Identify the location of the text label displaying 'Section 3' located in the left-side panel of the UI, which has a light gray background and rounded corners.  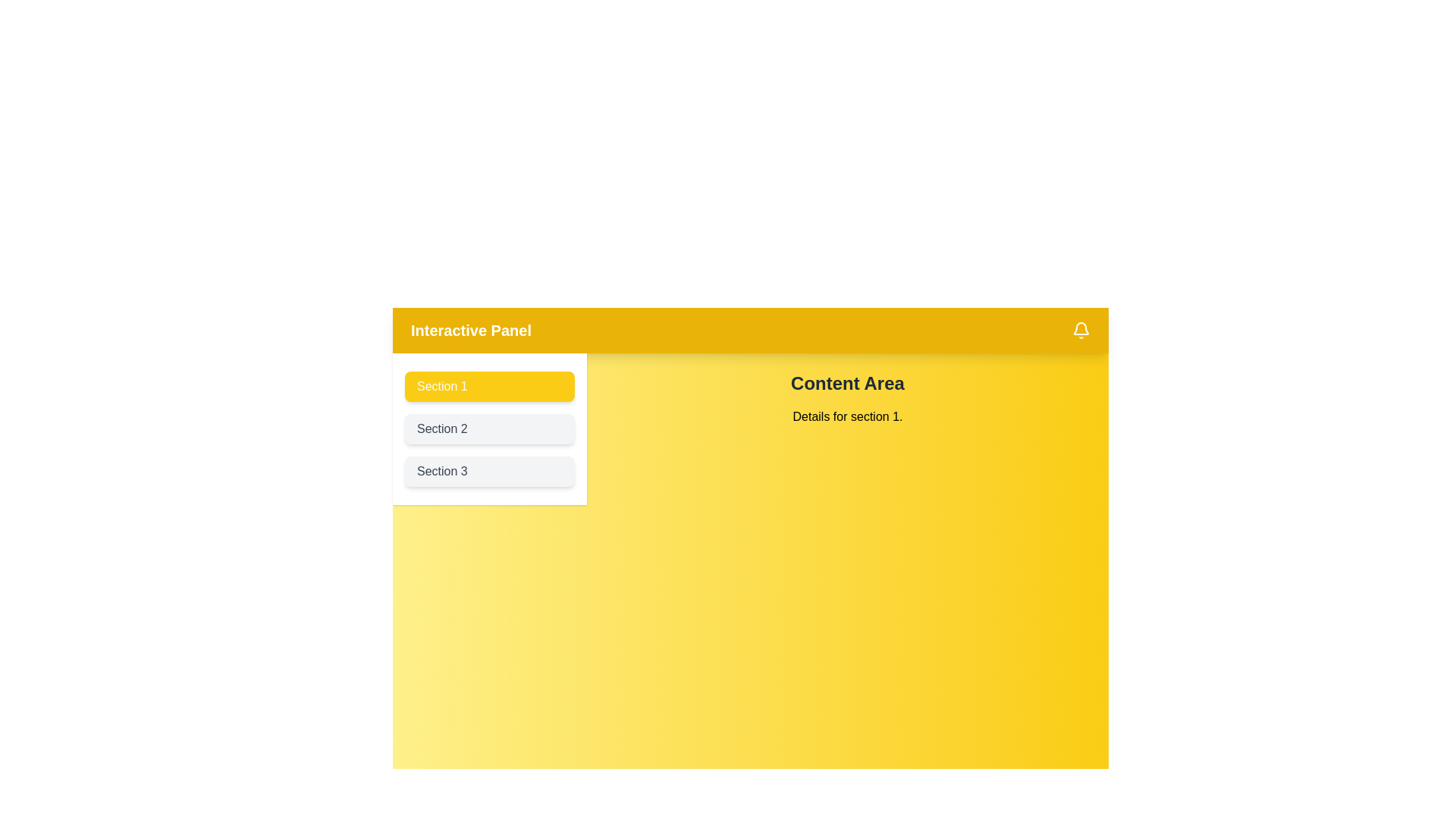
(441, 470).